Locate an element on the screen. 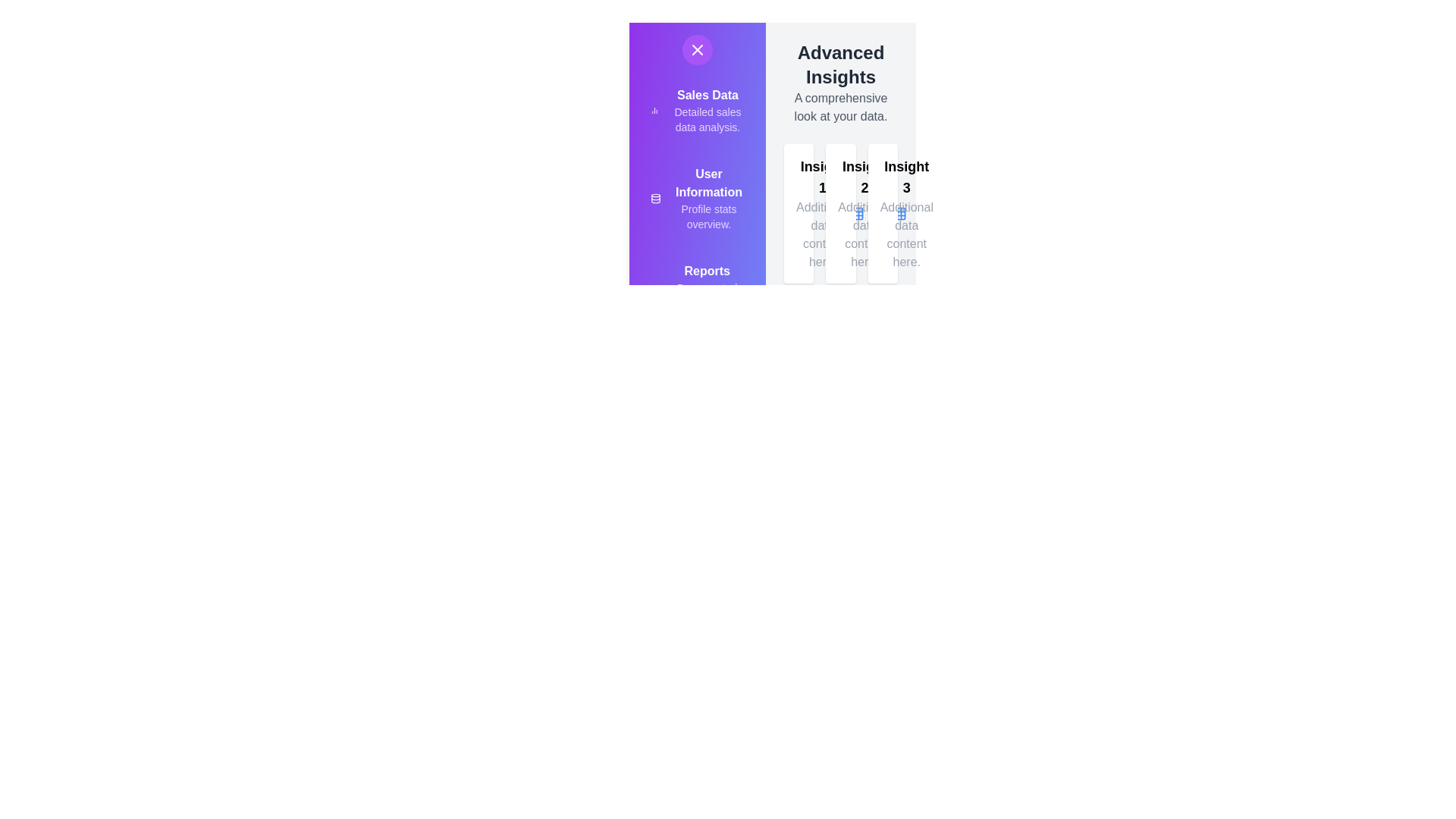 This screenshot has width=1456, height=819. toggle button to toggle the side drawer open or closed is located at coordinates (697, 49).